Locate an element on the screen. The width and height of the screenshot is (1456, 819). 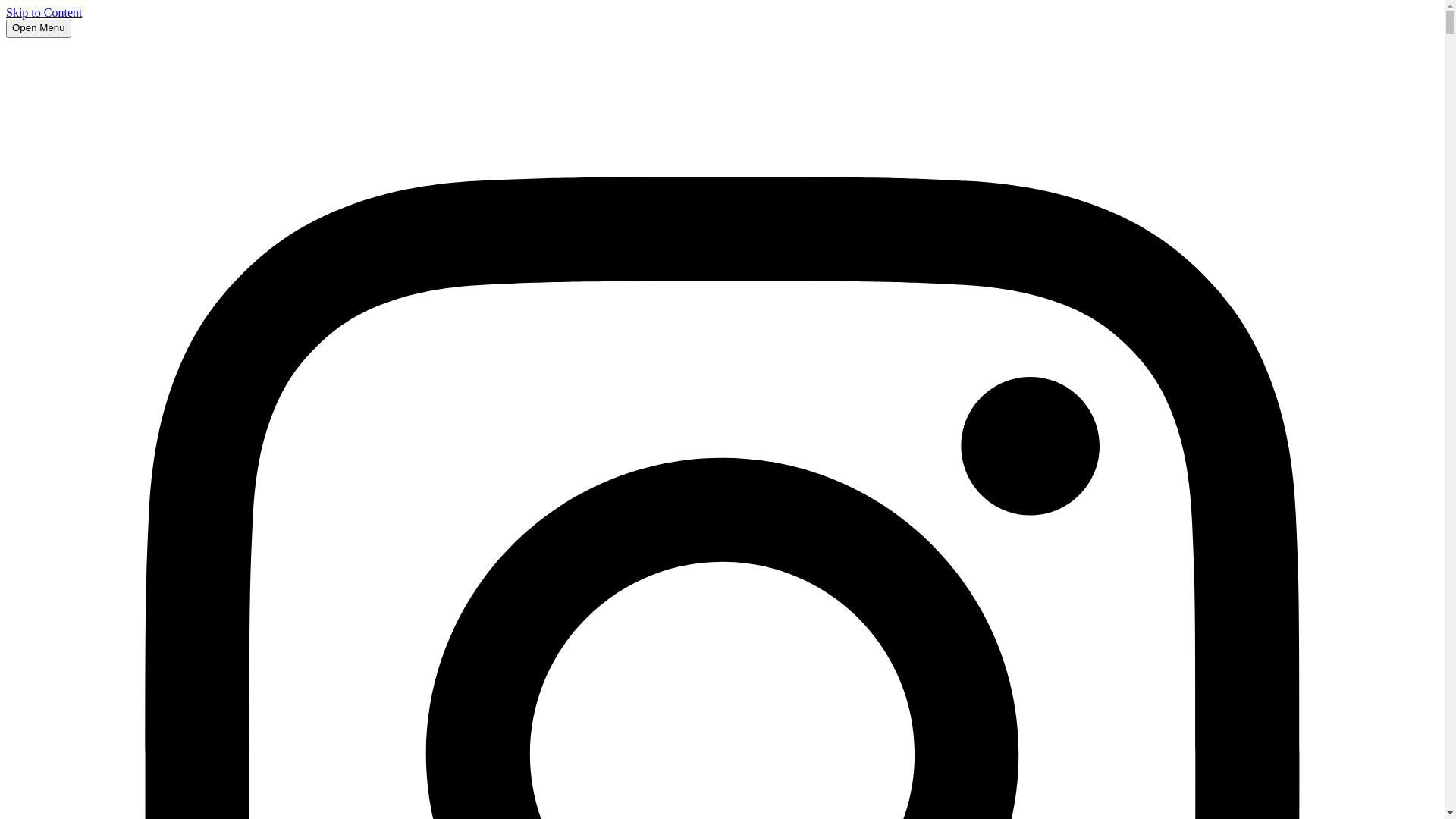
'Open Menu' is located at coordinates (39, 29).